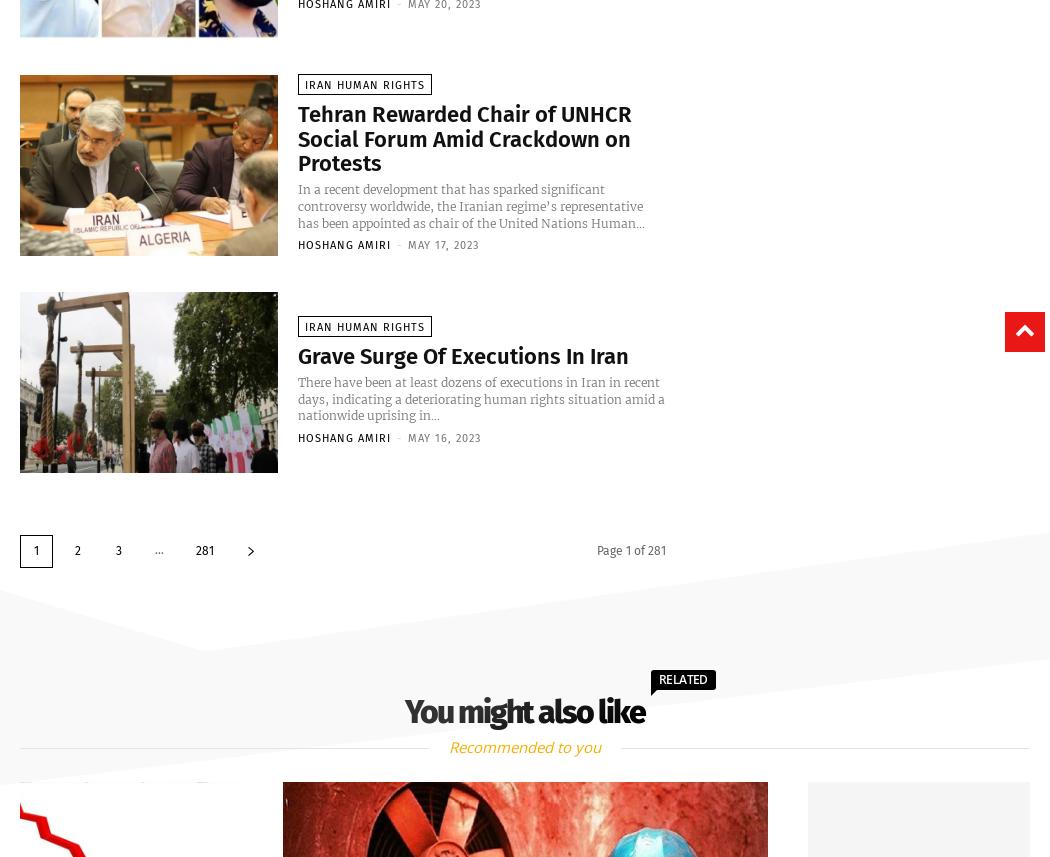 The height and width of the screenshot is (857, 1050). What do you see at coordinates (525, 710) in the screenshot?
I see `'You might also like'` at bounding box center [525, 710].